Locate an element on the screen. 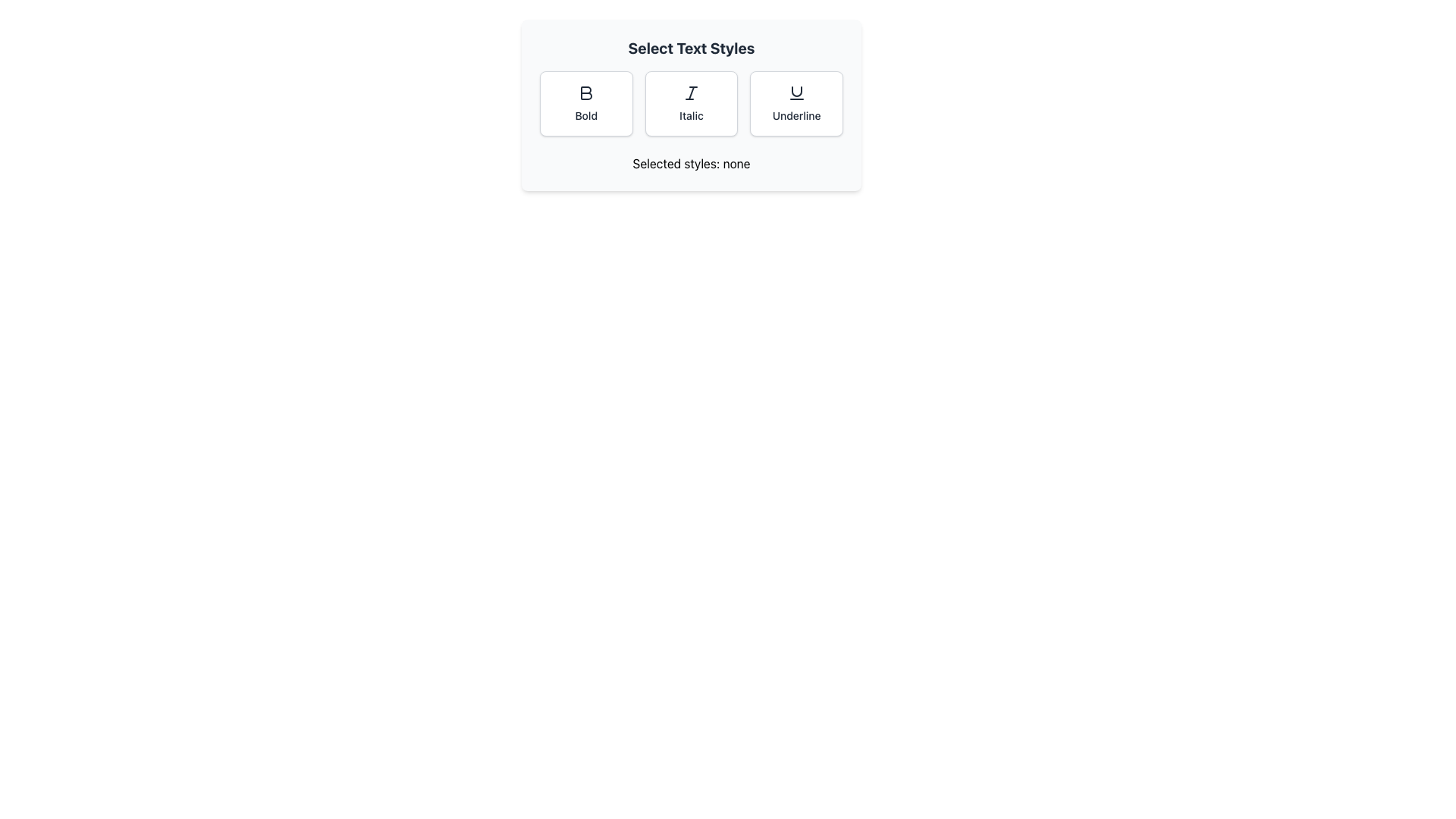 The width and height of the screenshot is (1456, 819). the bold toggle button located in the 'Select Text Styles' section, which is the first button aligned horizontally to the left of the 'Italic' and 'Underline' buttons is located at coordinates (585, 103).